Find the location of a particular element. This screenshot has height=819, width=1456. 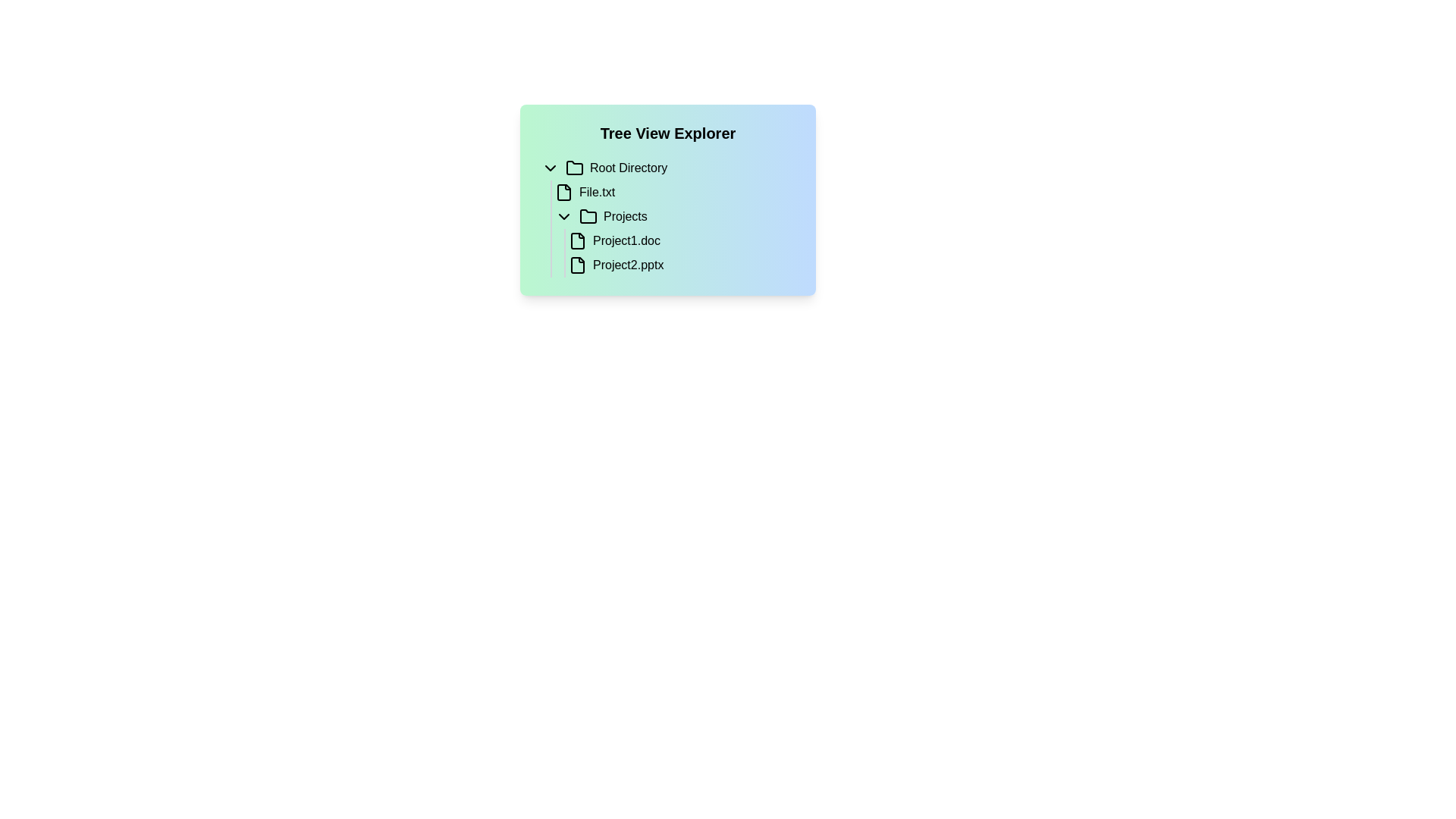

the 'Projects' collapsible folder item in the tree view is located at coordinates (673, 216).